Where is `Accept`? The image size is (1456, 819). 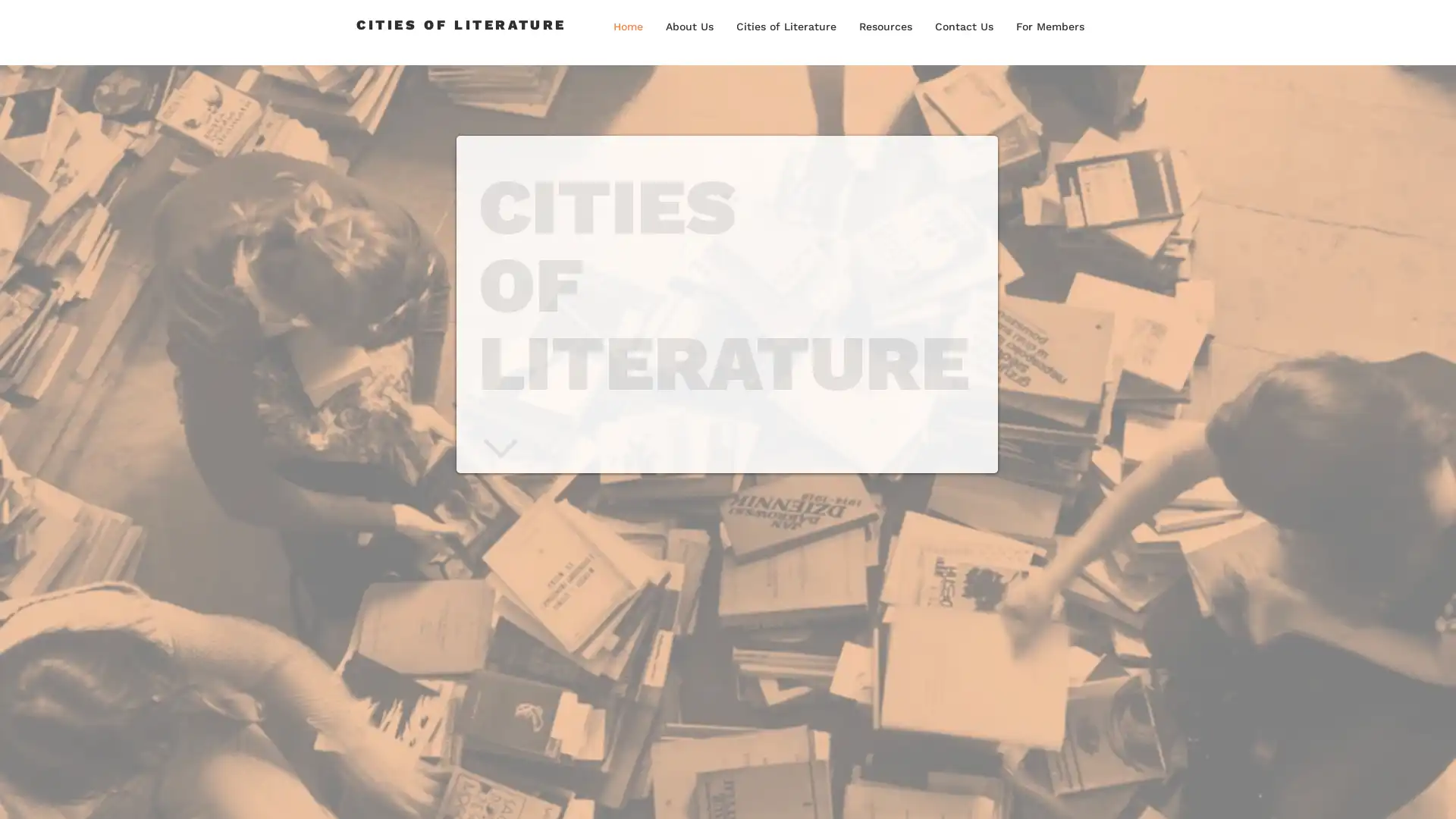 Accept is located at coordinates (1388, 792).